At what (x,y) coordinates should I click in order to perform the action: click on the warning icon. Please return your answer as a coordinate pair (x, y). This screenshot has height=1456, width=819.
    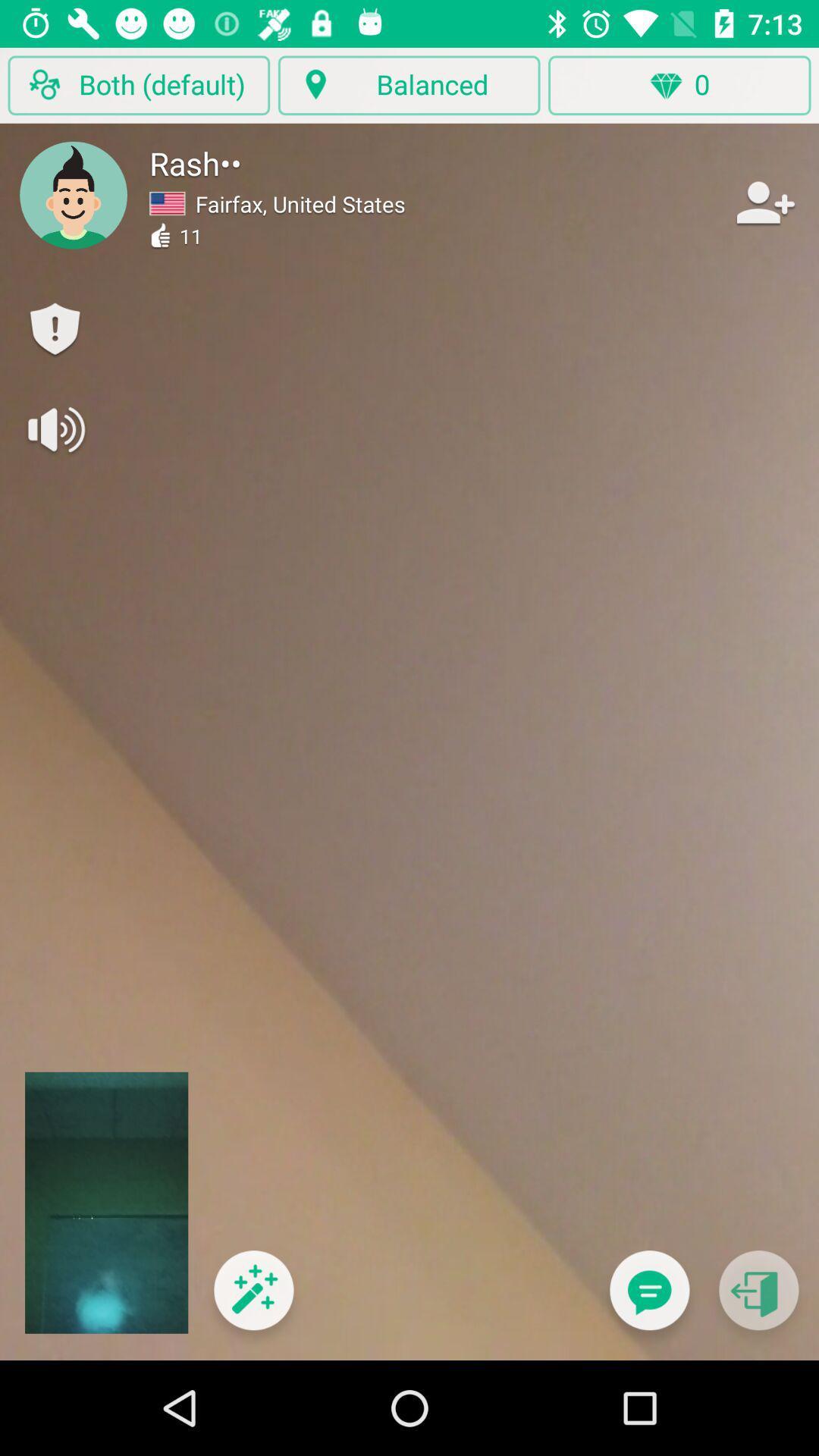
    Looking at the image, I should click on (54, 329).